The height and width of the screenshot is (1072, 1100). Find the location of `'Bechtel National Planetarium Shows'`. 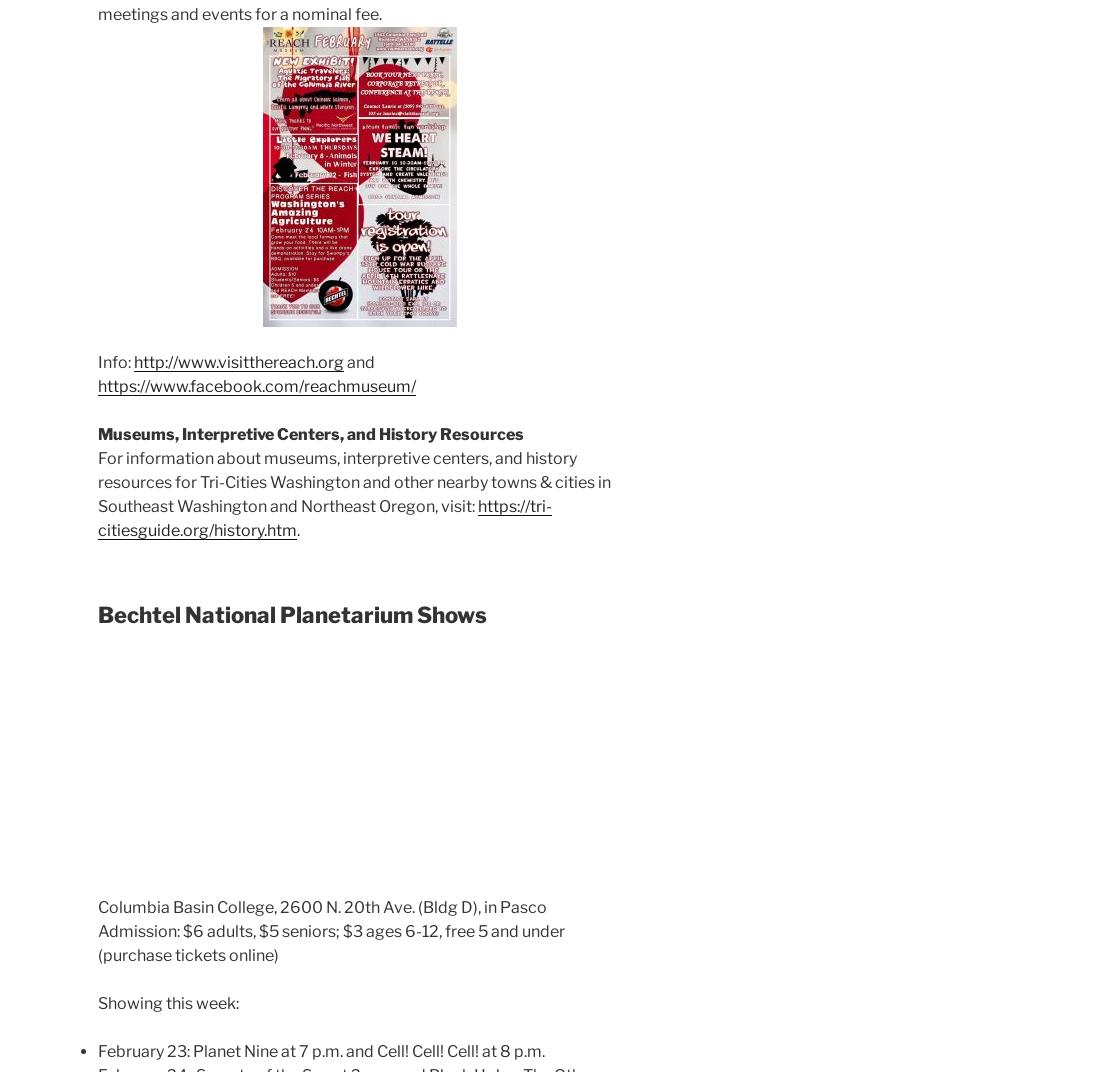

'Bechtel National Planetarium Shows' is located at coordinates (291, 615).